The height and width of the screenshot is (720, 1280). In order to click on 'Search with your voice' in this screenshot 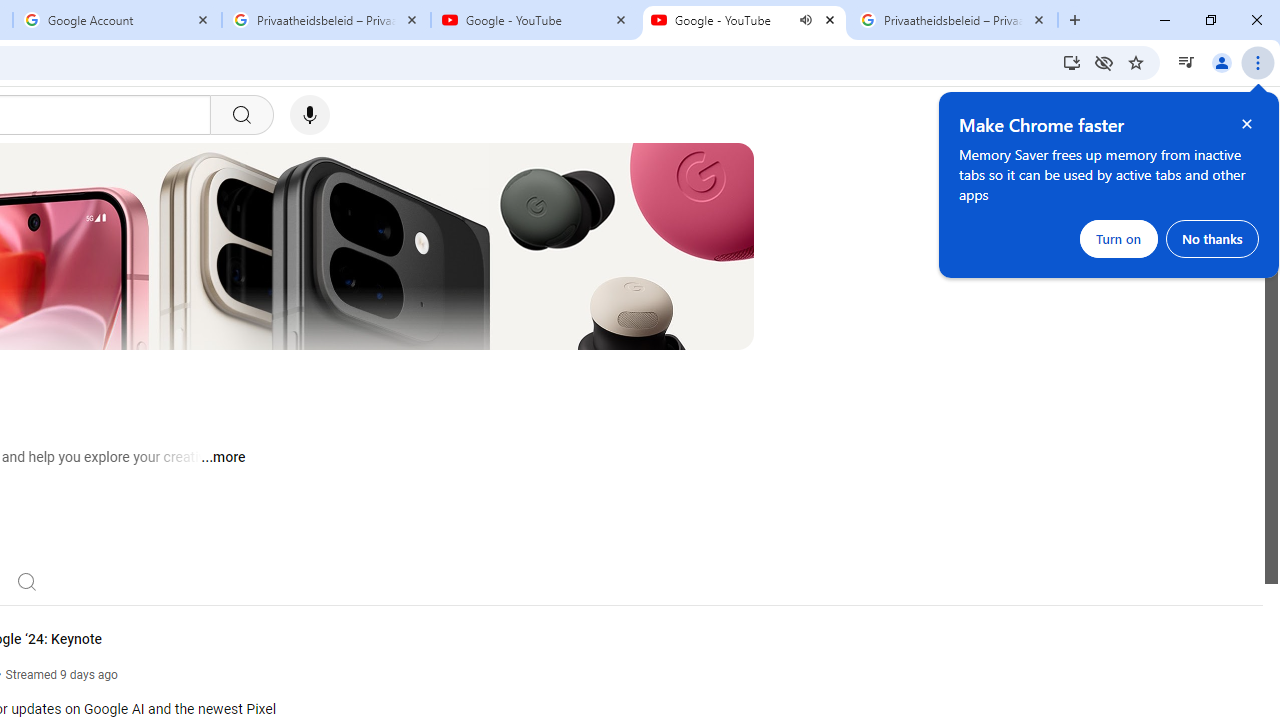, I will do `click(308, 115)`.